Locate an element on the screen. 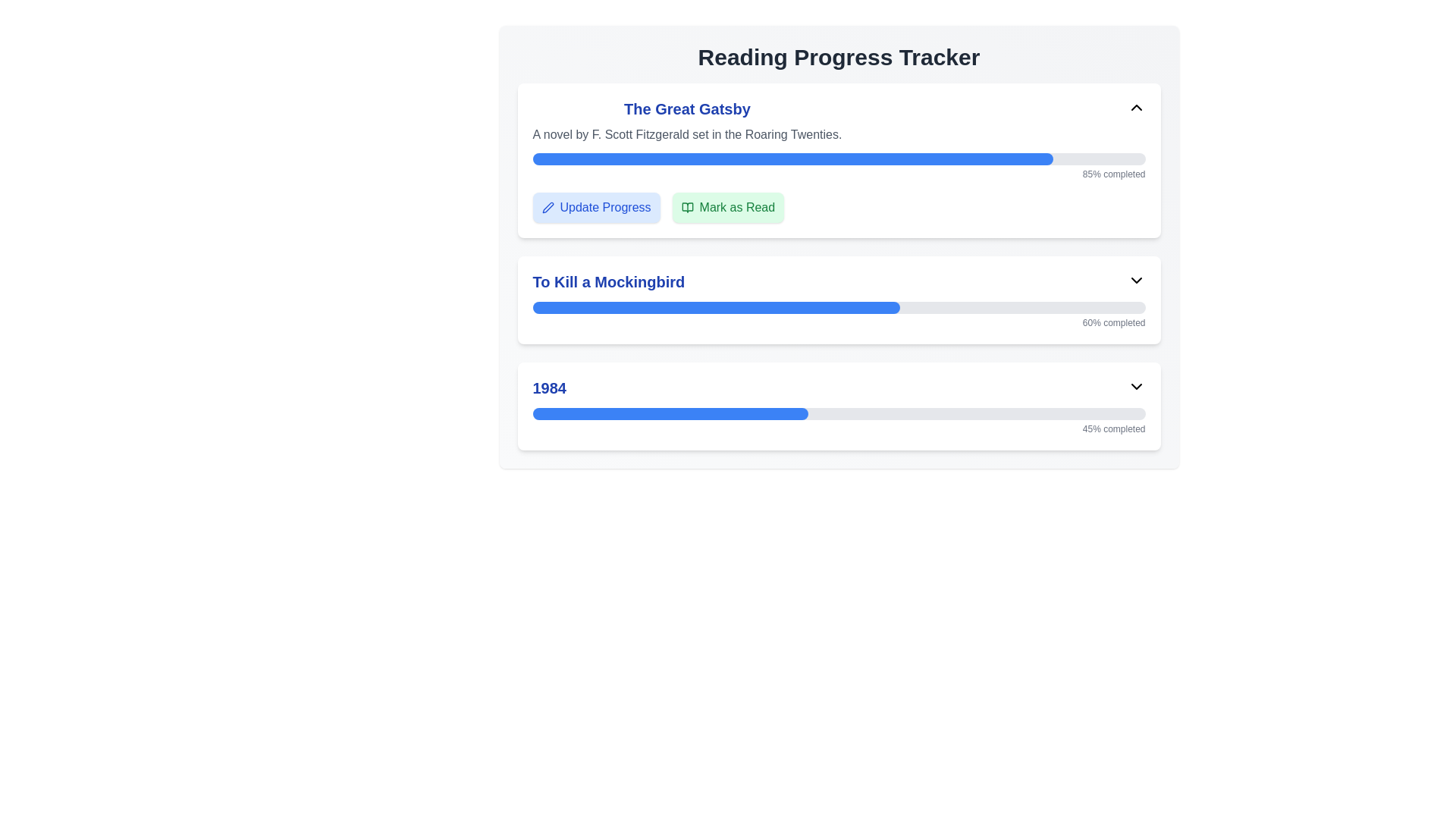  the progress bar representing the reading progress of 'To Kill a Mockingbird', which is located below the title and dropdown arrow, and spans the width of the section is located at coordinates (838, 315).